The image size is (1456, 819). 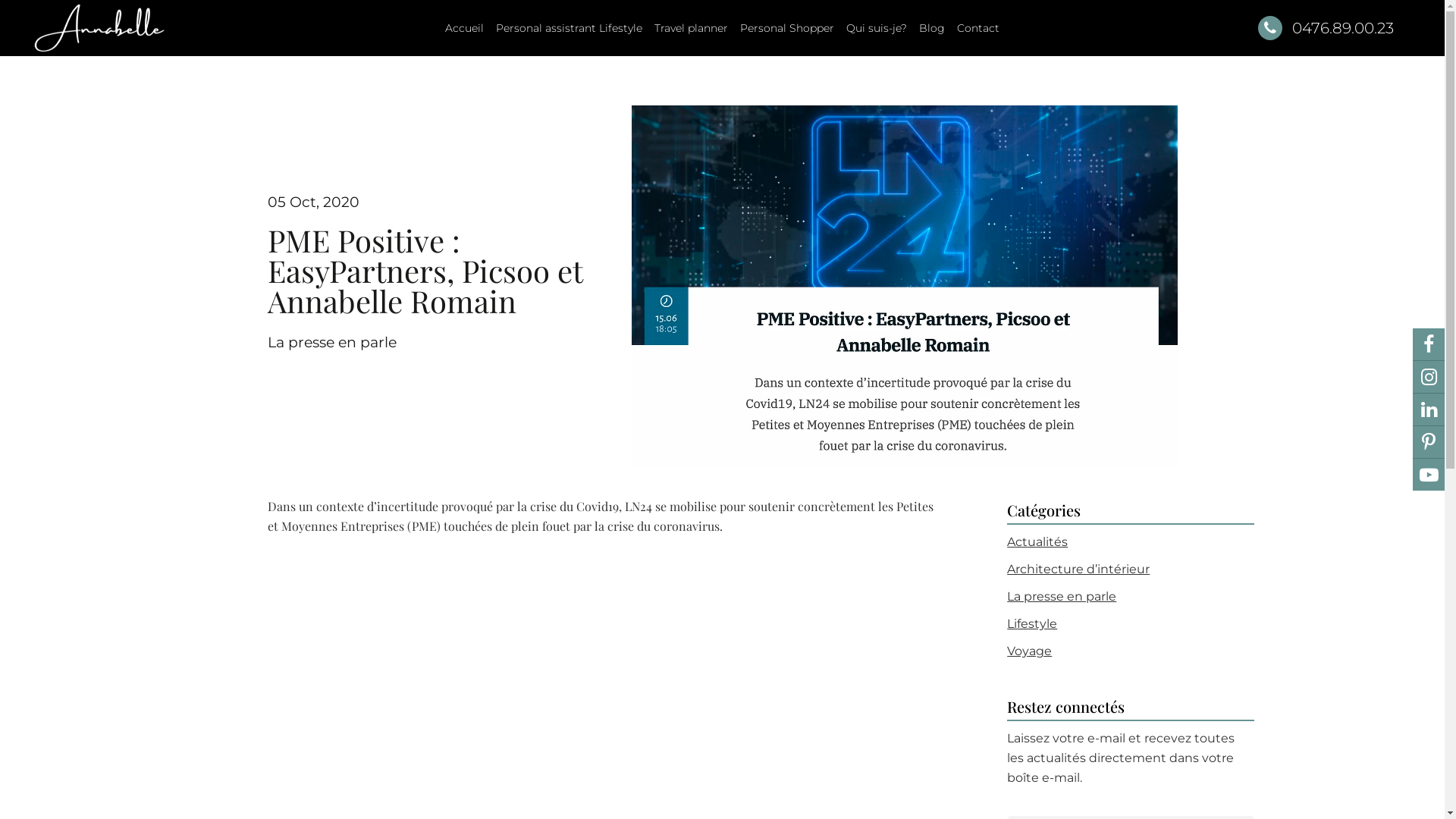 I want to click on 'La presse en parle', so click(x=330, y=342).